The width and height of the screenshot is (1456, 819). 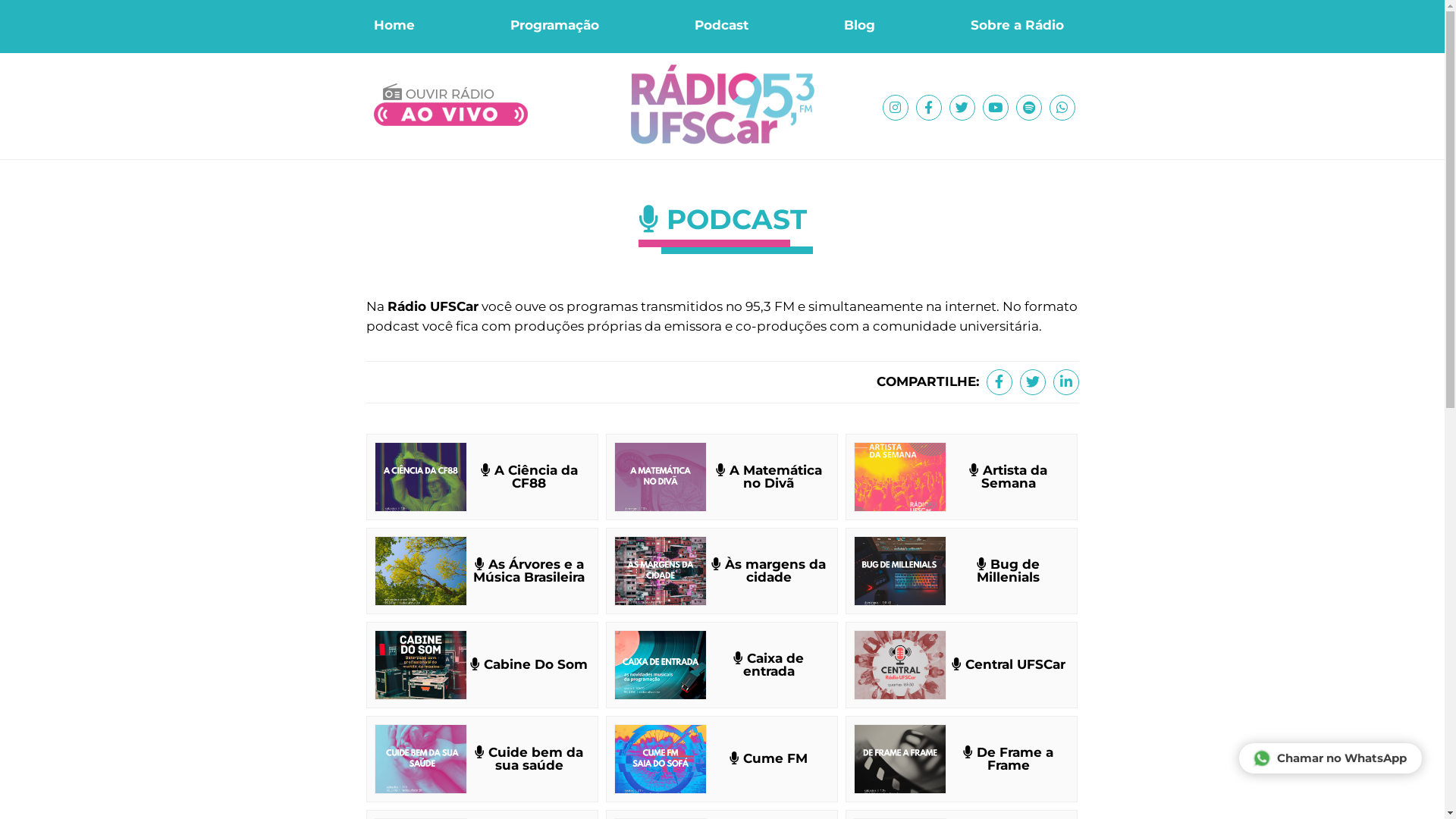 I want to click on 'Twitter', so click(x=961, y=107).